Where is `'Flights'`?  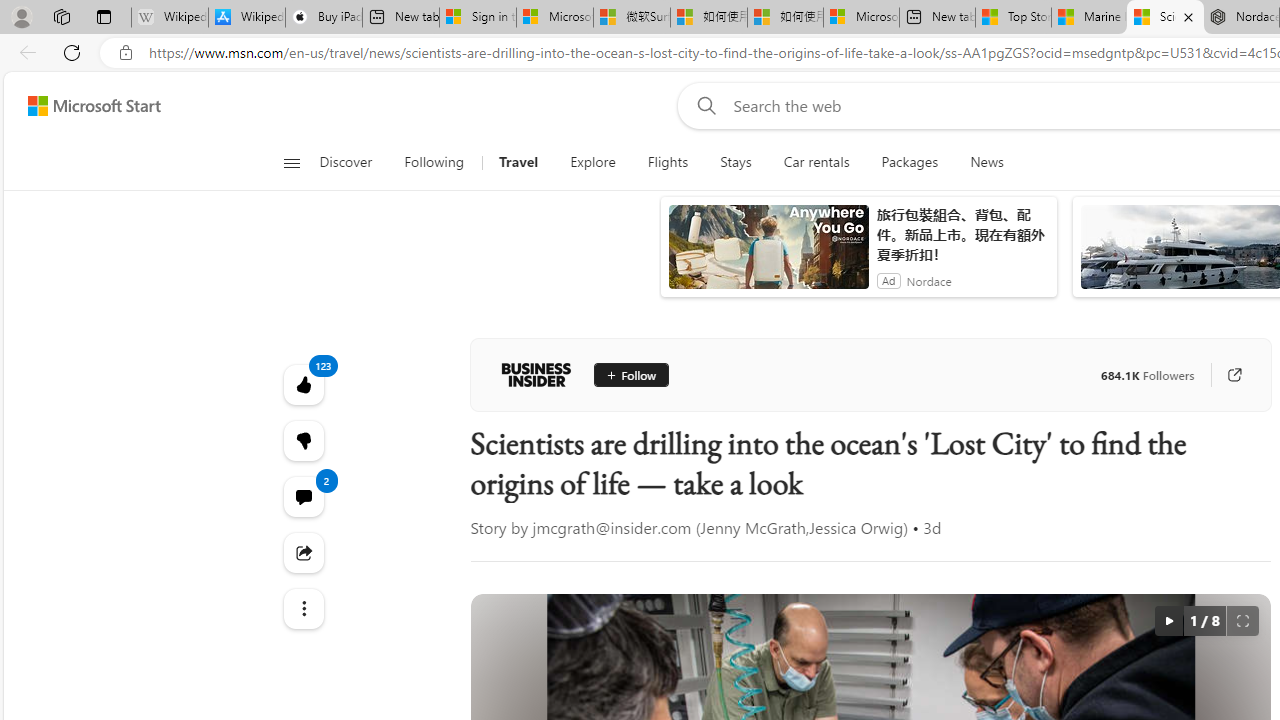 'Flights' is located at coordinates (668, 162).